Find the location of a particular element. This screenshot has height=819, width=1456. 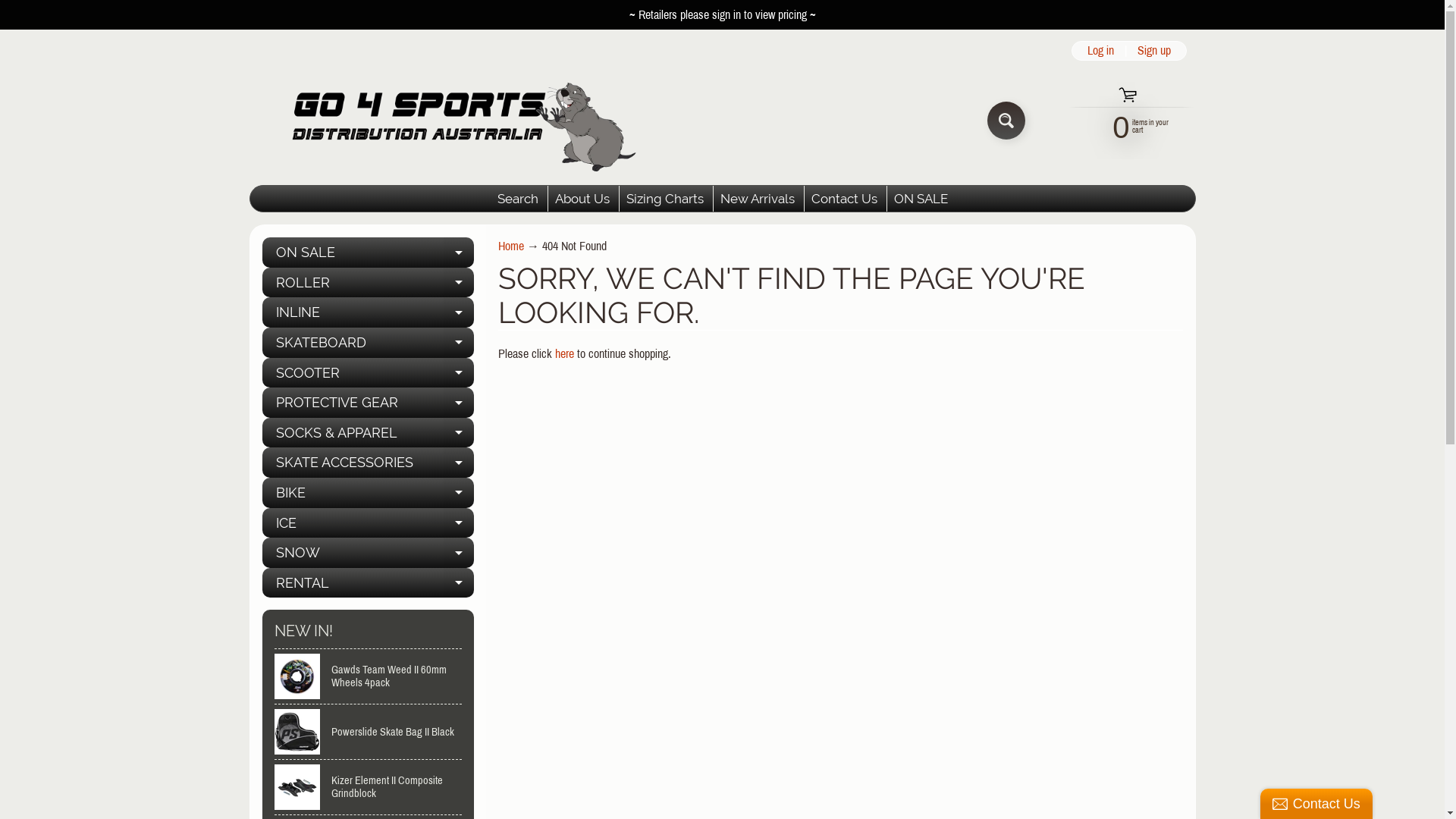

'About Us' is located at coordinates (548, 198).